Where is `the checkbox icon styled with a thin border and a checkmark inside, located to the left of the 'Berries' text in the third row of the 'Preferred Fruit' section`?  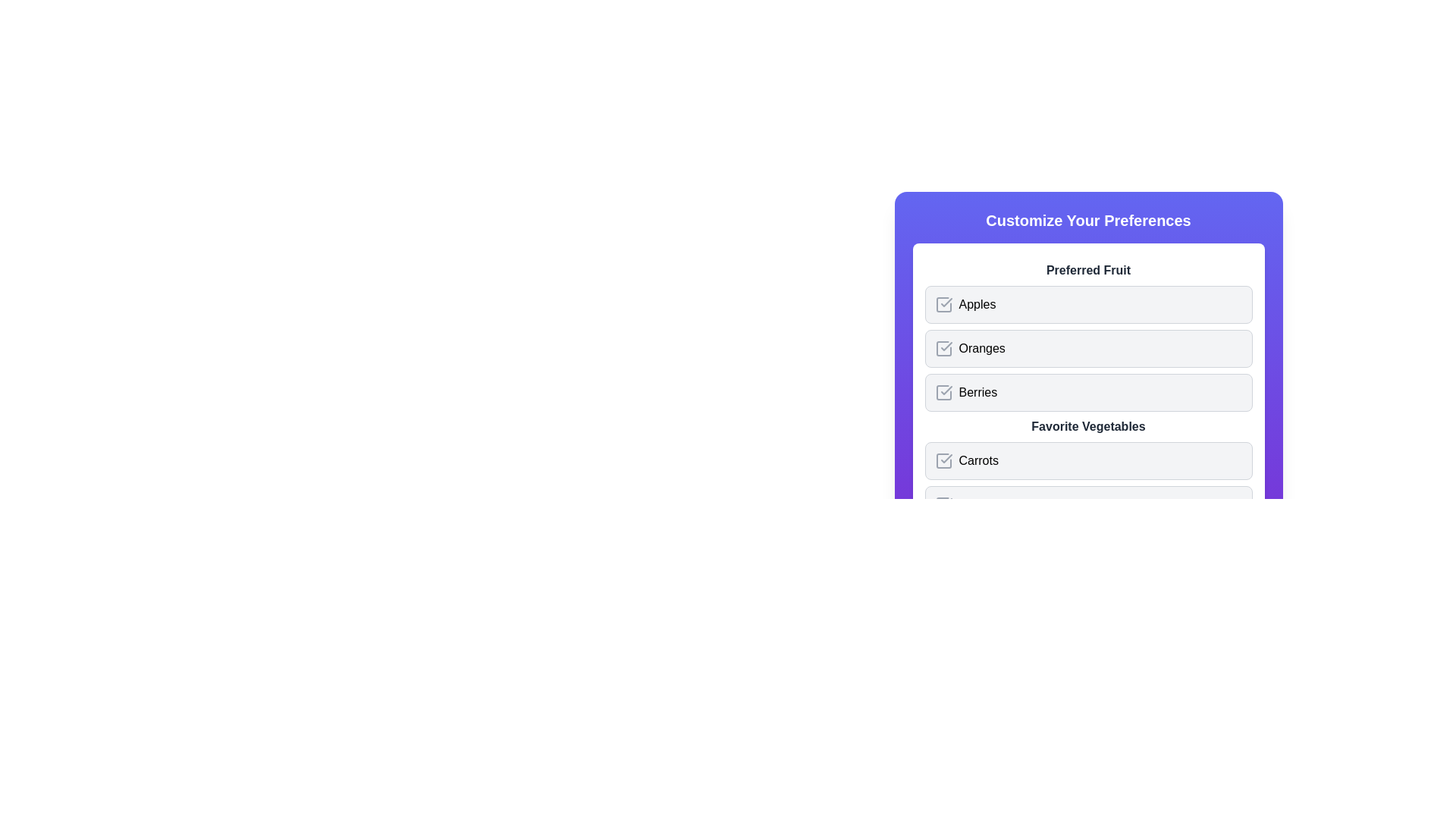 the checkbox icon styled with a thin border and a checkmark inside, located to the left of the 'Berries' text in the third row of the 'Preferred Fruit' section is located at coordinates (943, 391).